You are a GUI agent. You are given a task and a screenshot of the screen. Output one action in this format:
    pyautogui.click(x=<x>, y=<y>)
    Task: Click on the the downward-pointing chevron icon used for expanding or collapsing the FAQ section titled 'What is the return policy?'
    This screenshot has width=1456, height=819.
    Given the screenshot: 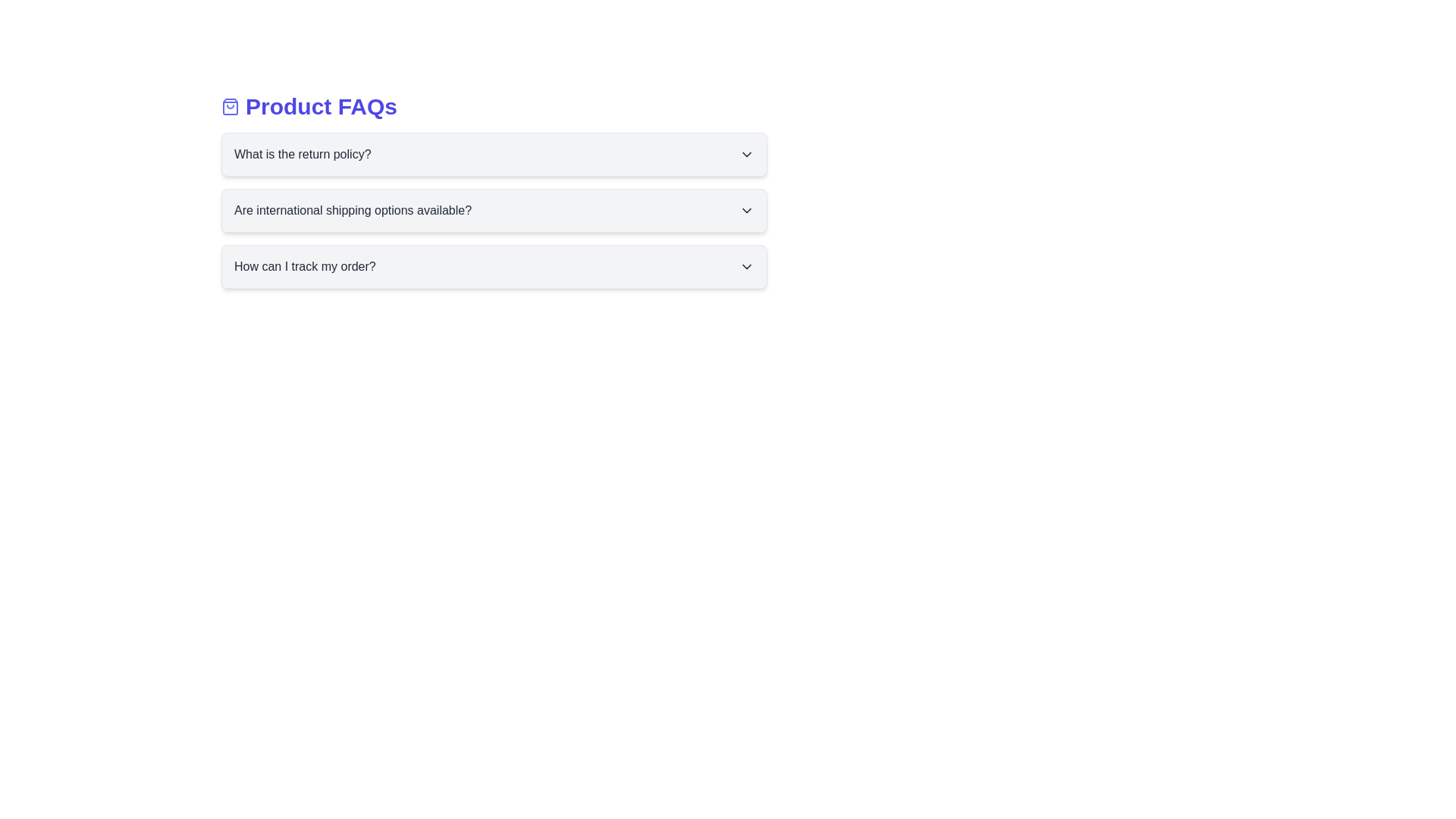 What is the action you would take?
    pyautogui.click(x=746, y=155)
    